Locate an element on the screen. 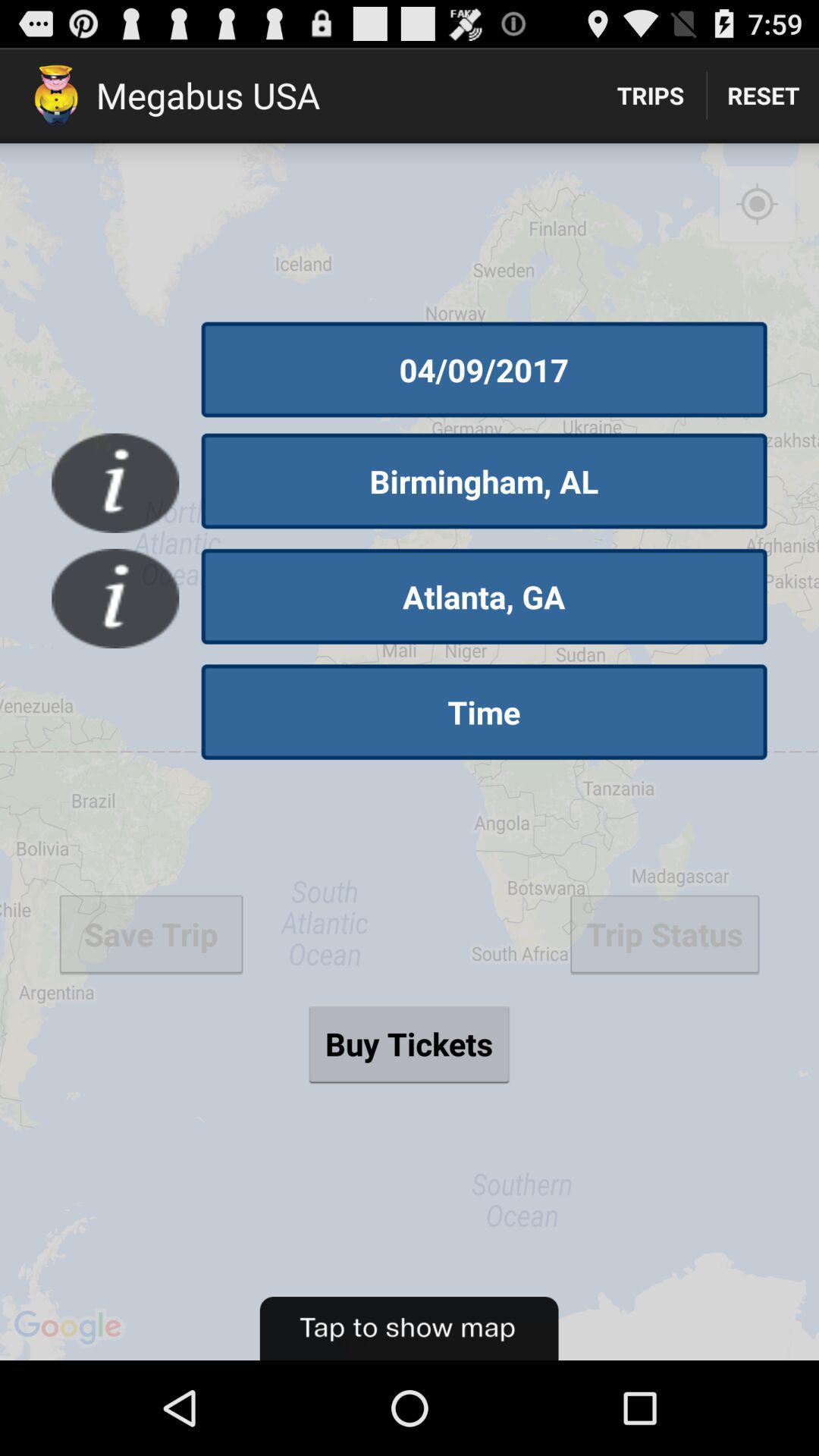  reset icon is located at coordinates (763, 94).